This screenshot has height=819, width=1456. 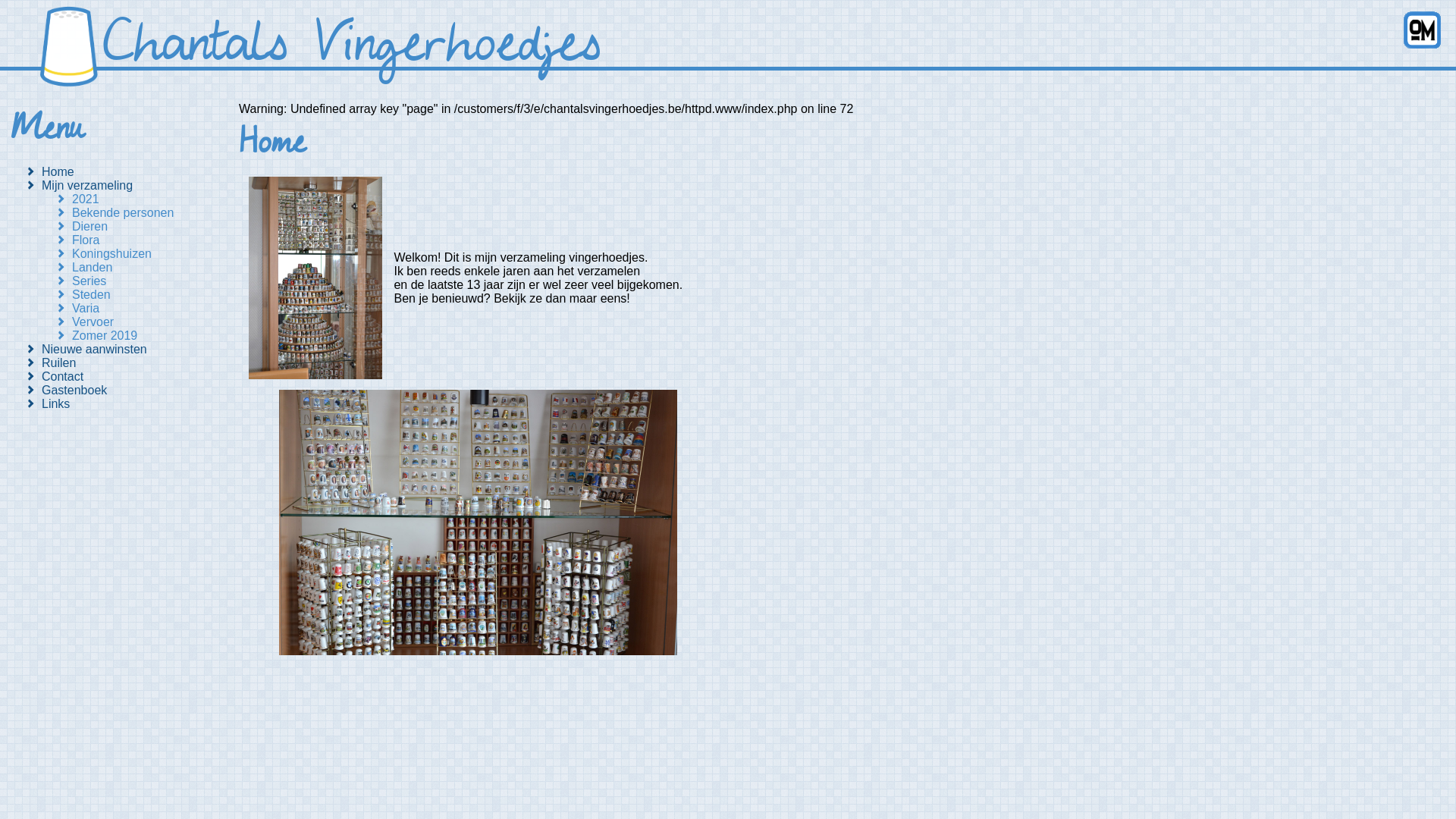 What do you see at coordinates (144, 321) in the screenshot?
I see `'Vervoer'` at bounding box center [144, 321].